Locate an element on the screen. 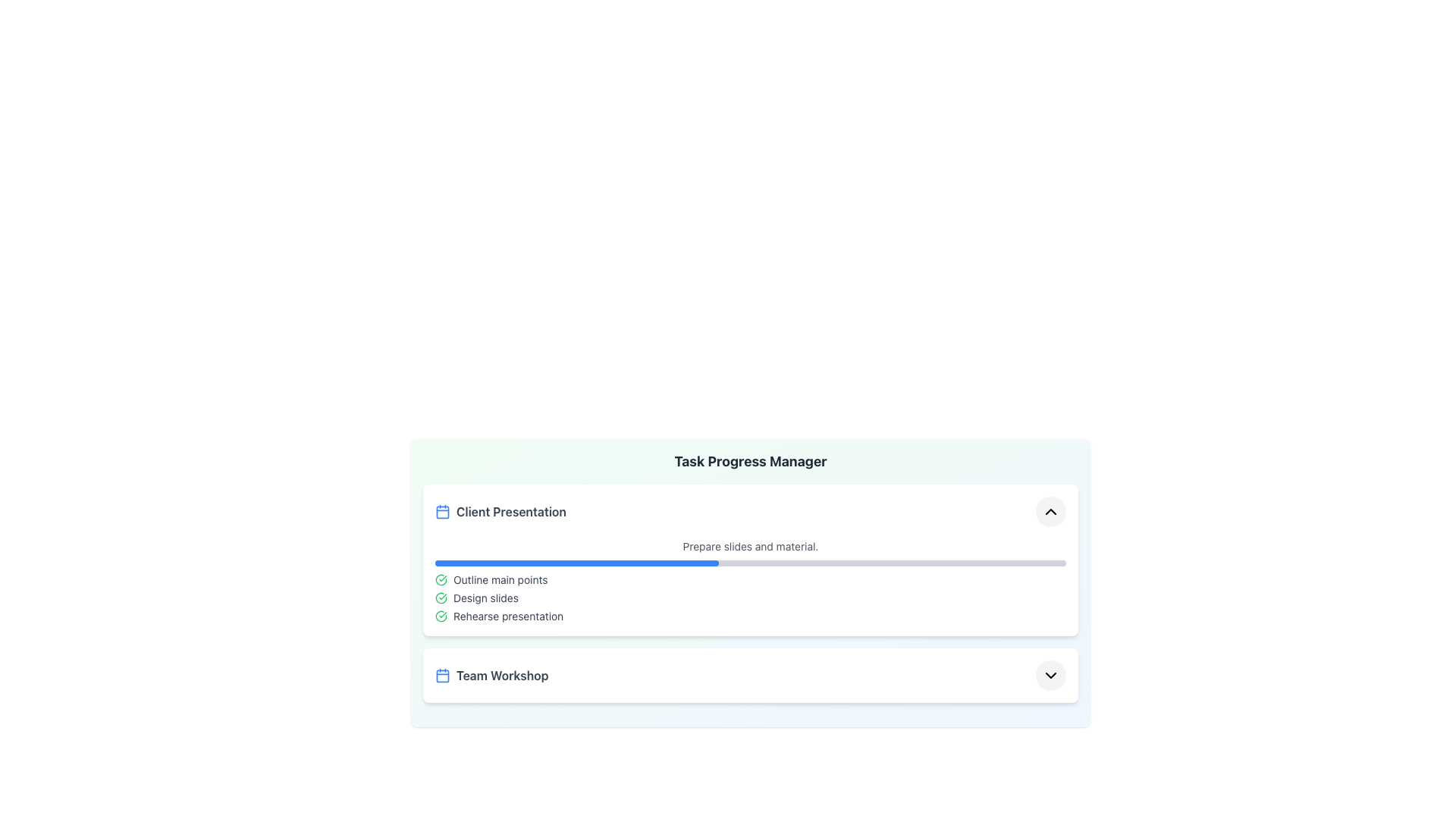  text 'Client Presentation' from the label that features a blue calendar icon on the left and bold dark gray text is located at coordinates (500, 512).